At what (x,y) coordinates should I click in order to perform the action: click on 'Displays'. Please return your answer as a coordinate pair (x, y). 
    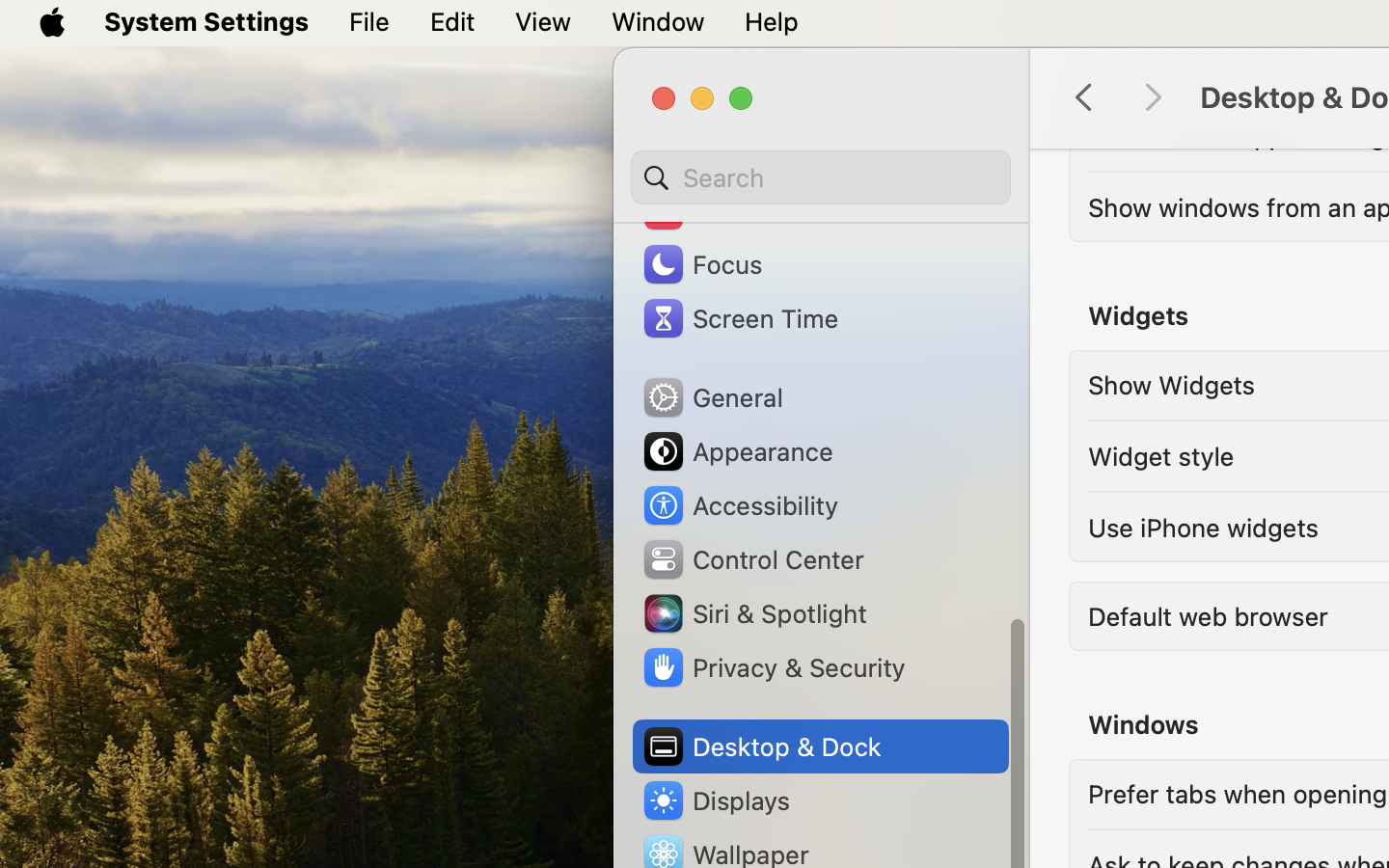
    Looking at the image, I should click on (715, 800).